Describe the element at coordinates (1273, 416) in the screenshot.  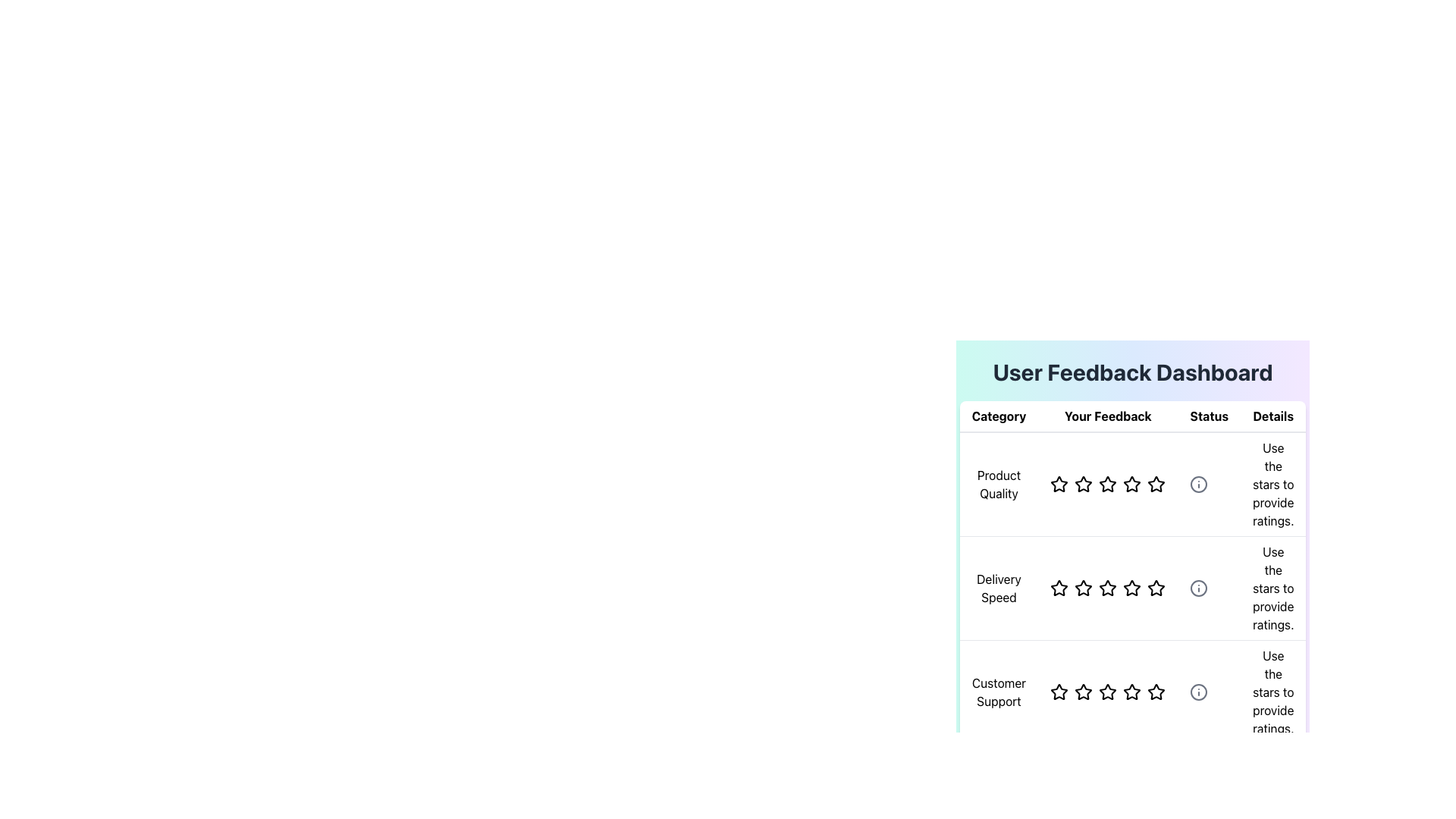
I see `text from the Table Header indicating 'Details', which is the fourth header in the table layout` at that location.